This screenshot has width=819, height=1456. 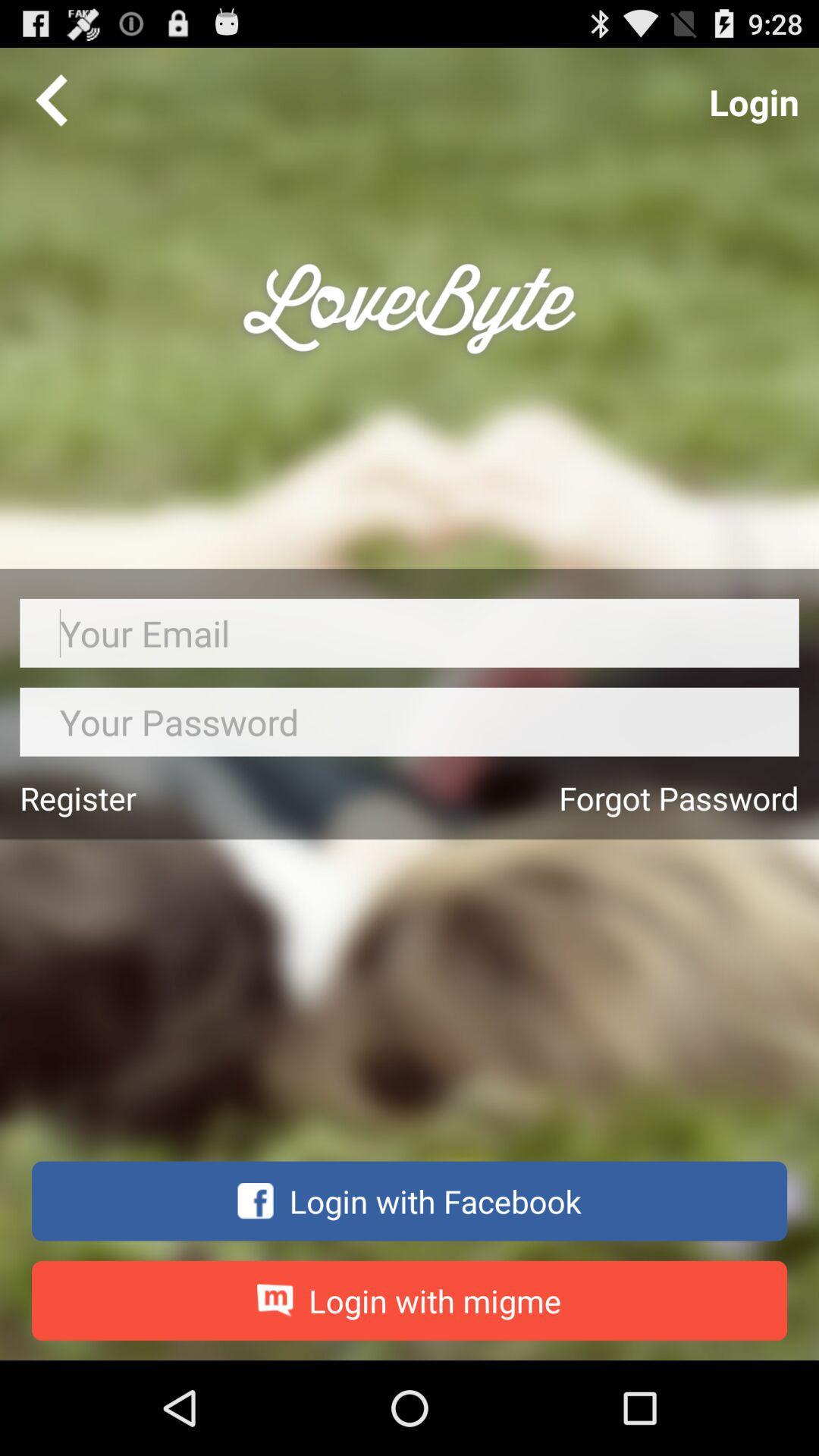 What do you see at coordinates (409, 633) in the screenshot?
I see `email input field` at bounding box center [409, 633].